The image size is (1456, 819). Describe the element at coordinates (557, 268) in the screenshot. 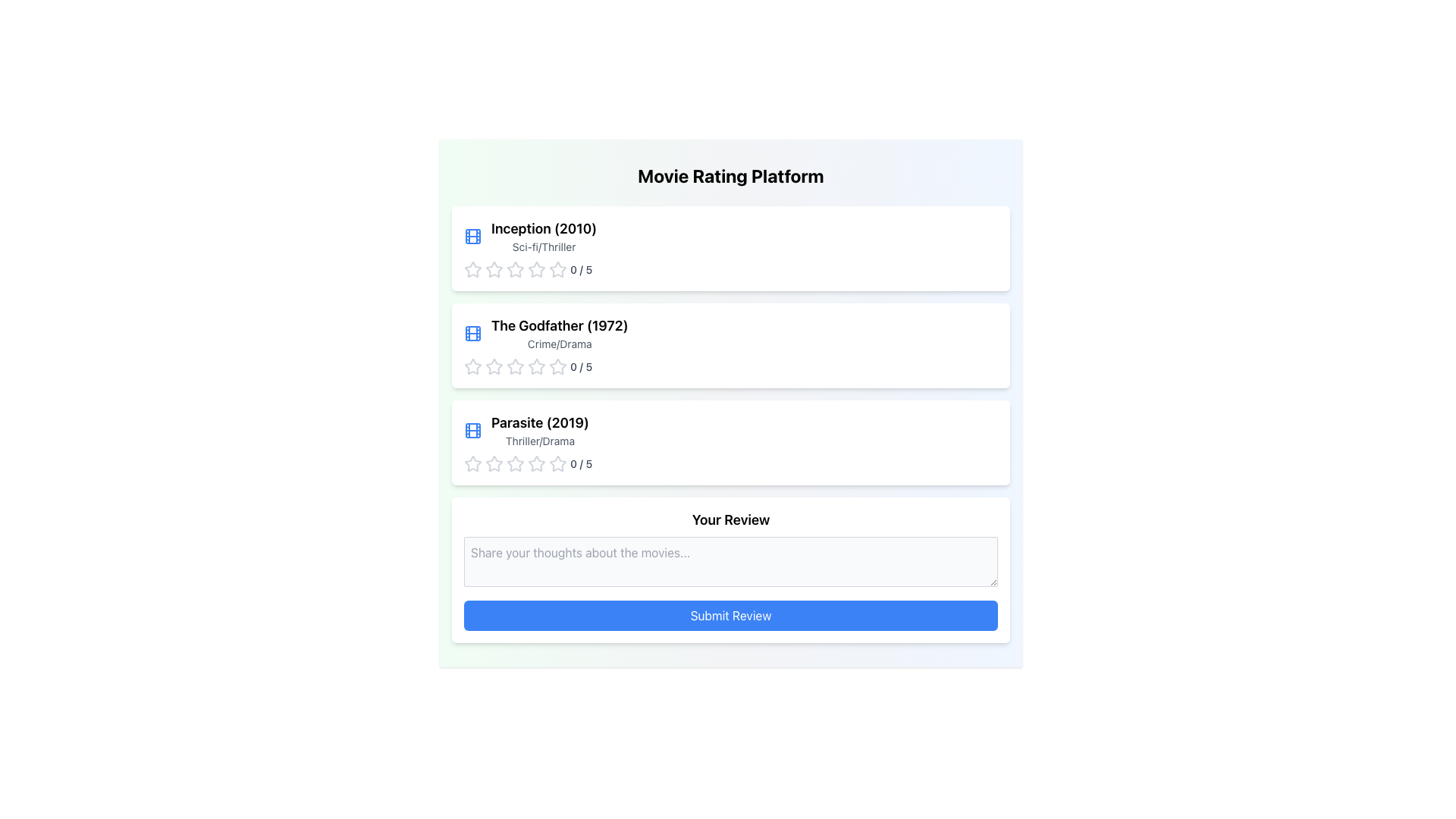

I see `the fourth star in the rating system for the 'Inception (2010)' movie` at that location.